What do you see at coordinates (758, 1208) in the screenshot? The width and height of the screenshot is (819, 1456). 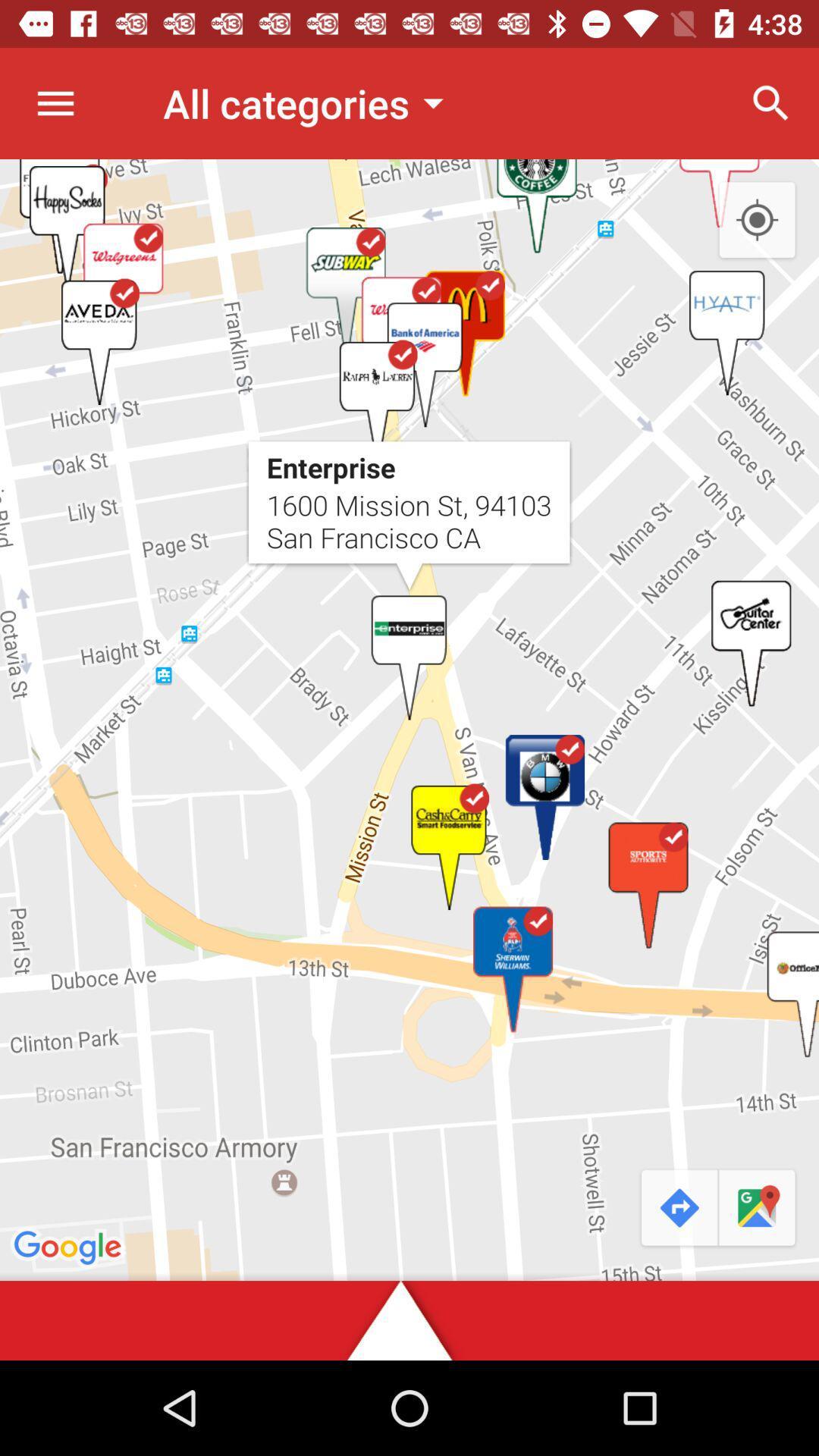 I see `the chat icon` at bounding box center [758, 1208].